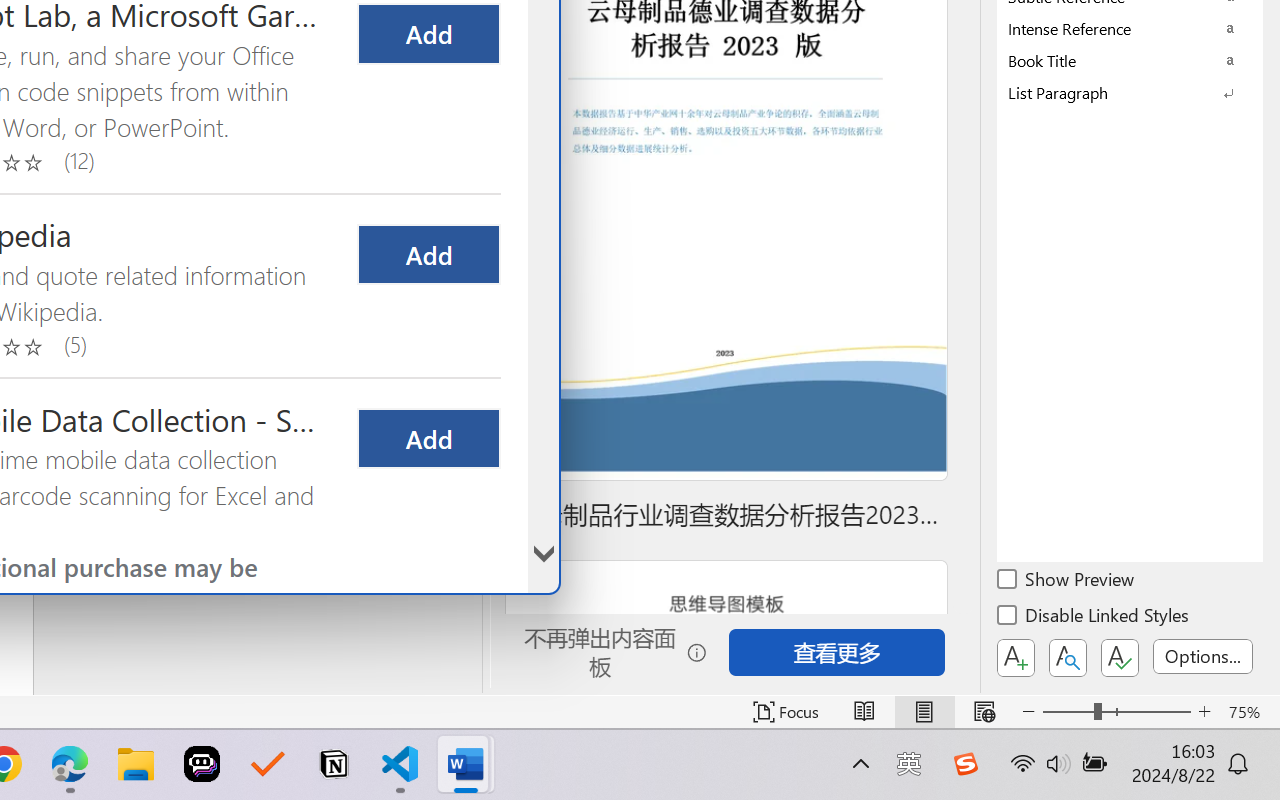 Image resolution: width=1280 pixels, height=800 pixels. I want to click on 'Read Mode', so click(864, 711).